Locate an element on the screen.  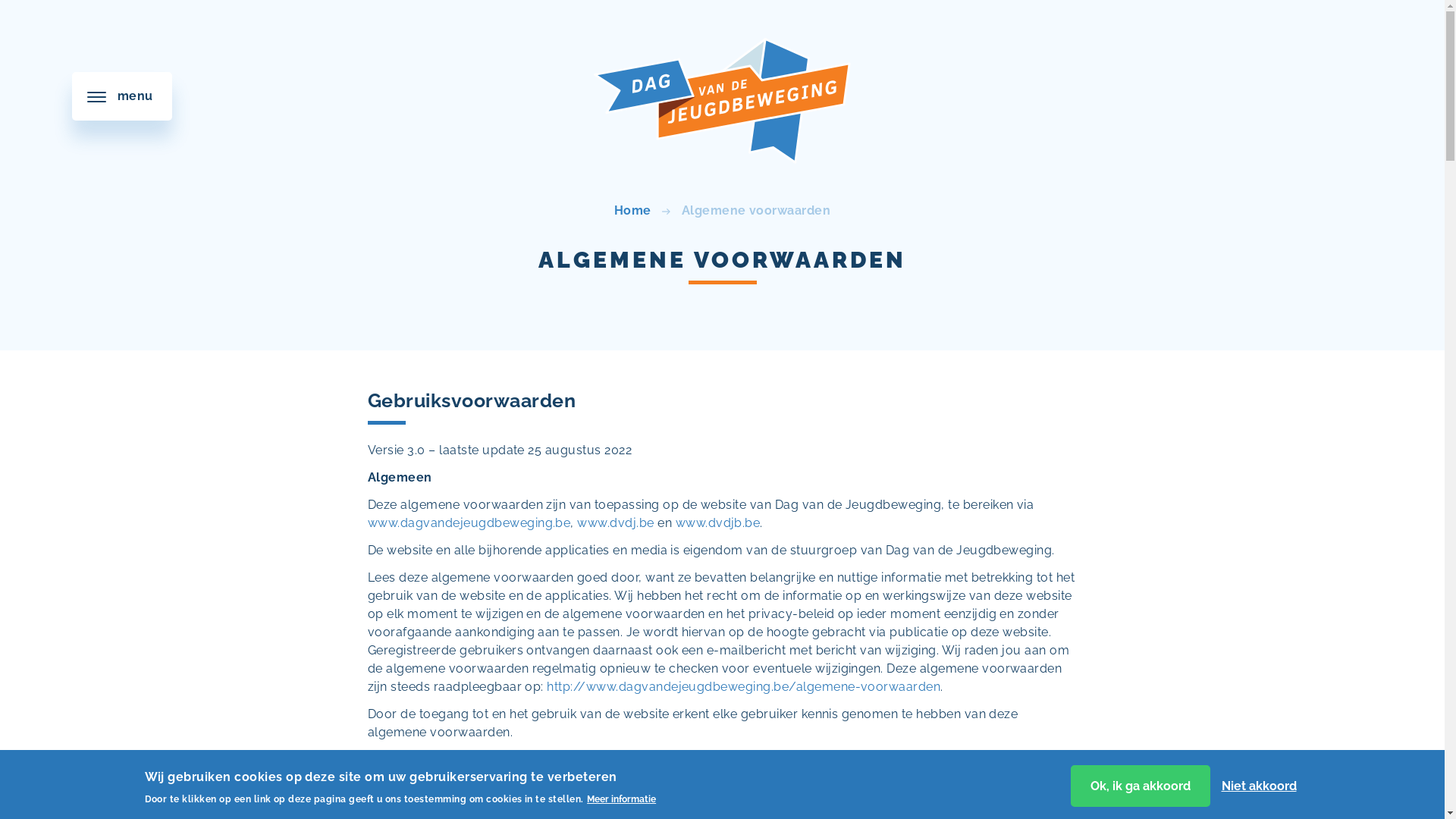
'Niet akkoord' is located at coordinates (1258, 785).